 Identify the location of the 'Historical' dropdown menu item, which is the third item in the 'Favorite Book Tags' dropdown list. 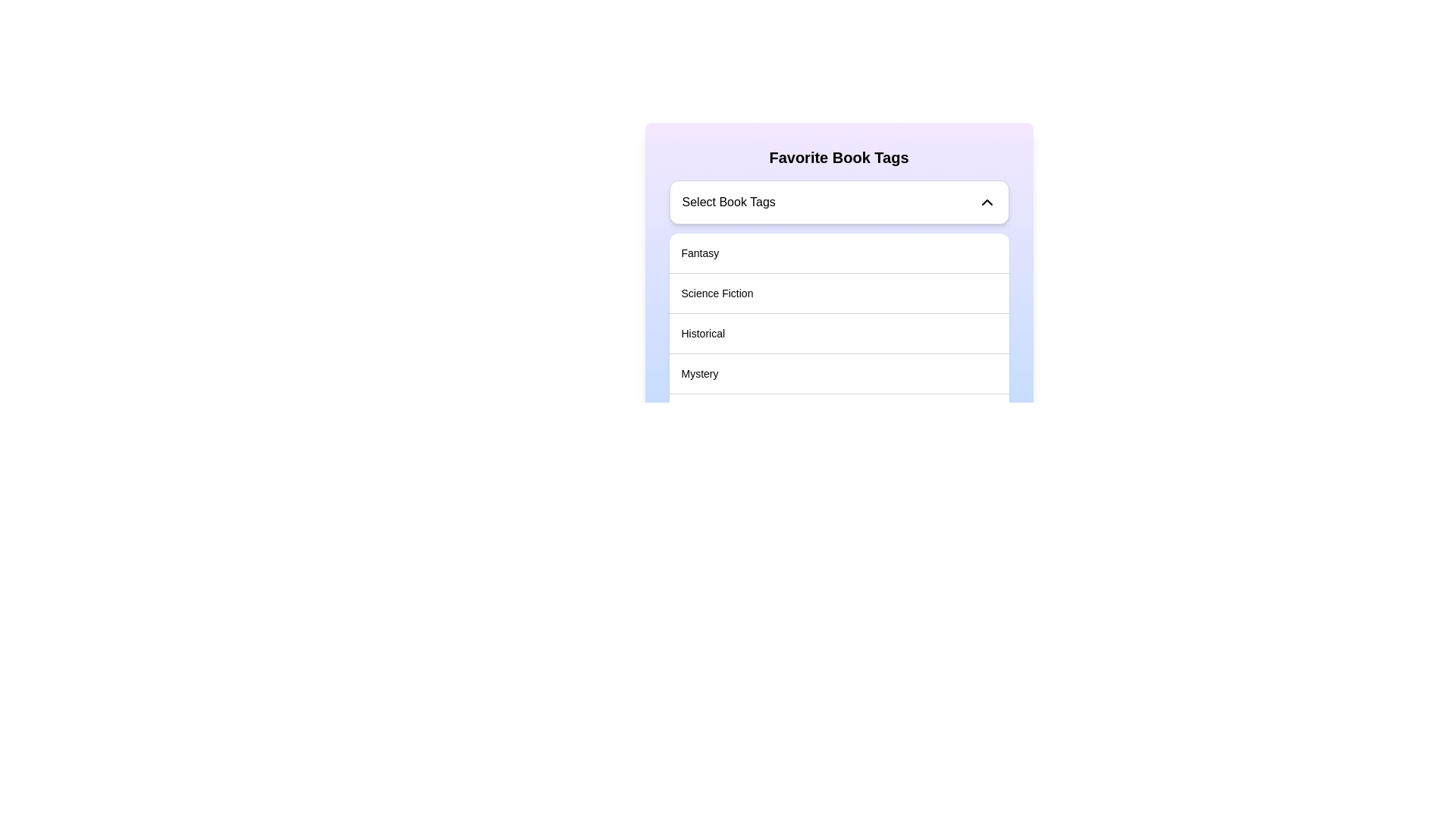
(838, 332).